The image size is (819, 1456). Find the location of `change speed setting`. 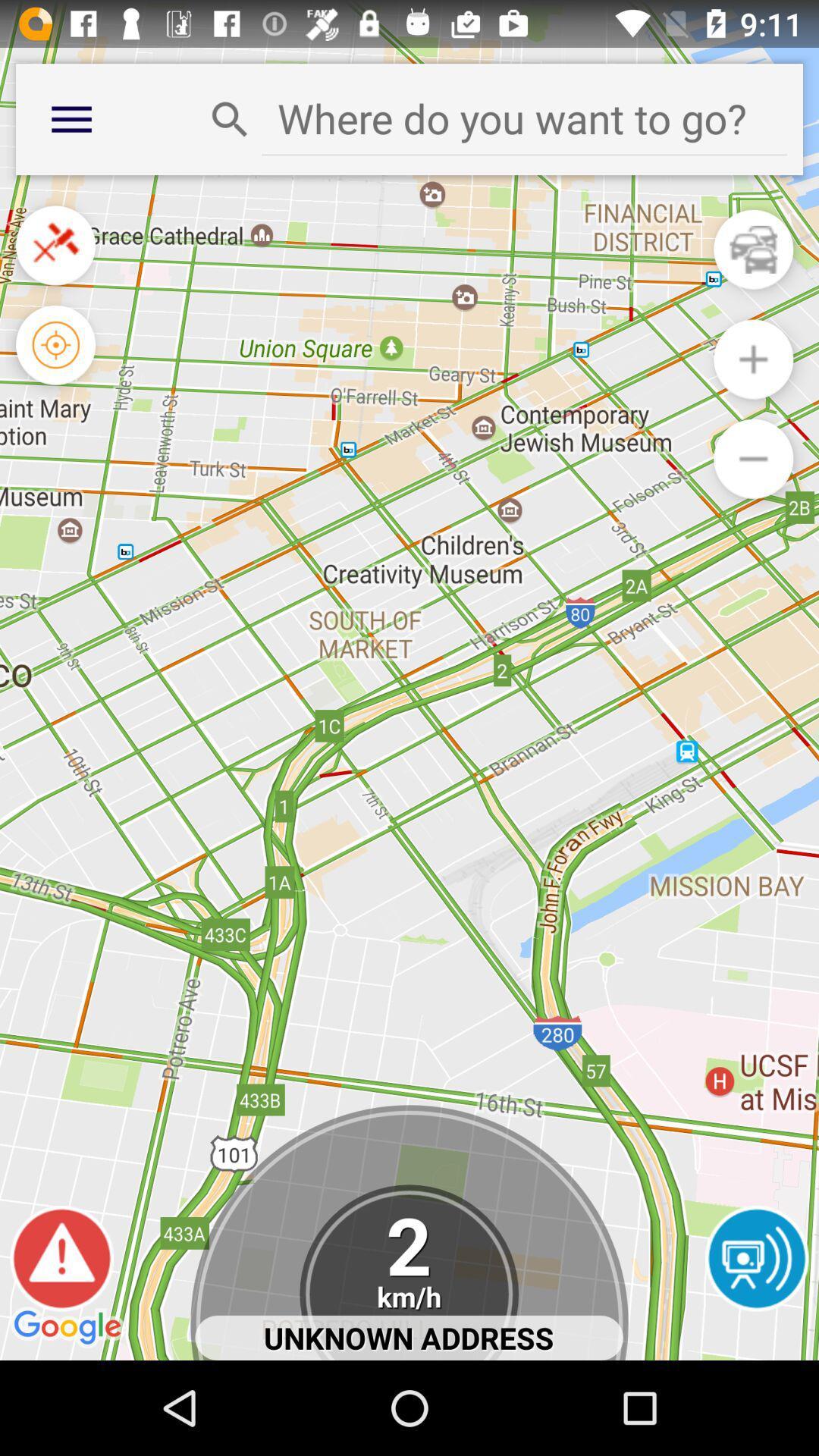

change speed setting is located at coordinates (408, 1272).